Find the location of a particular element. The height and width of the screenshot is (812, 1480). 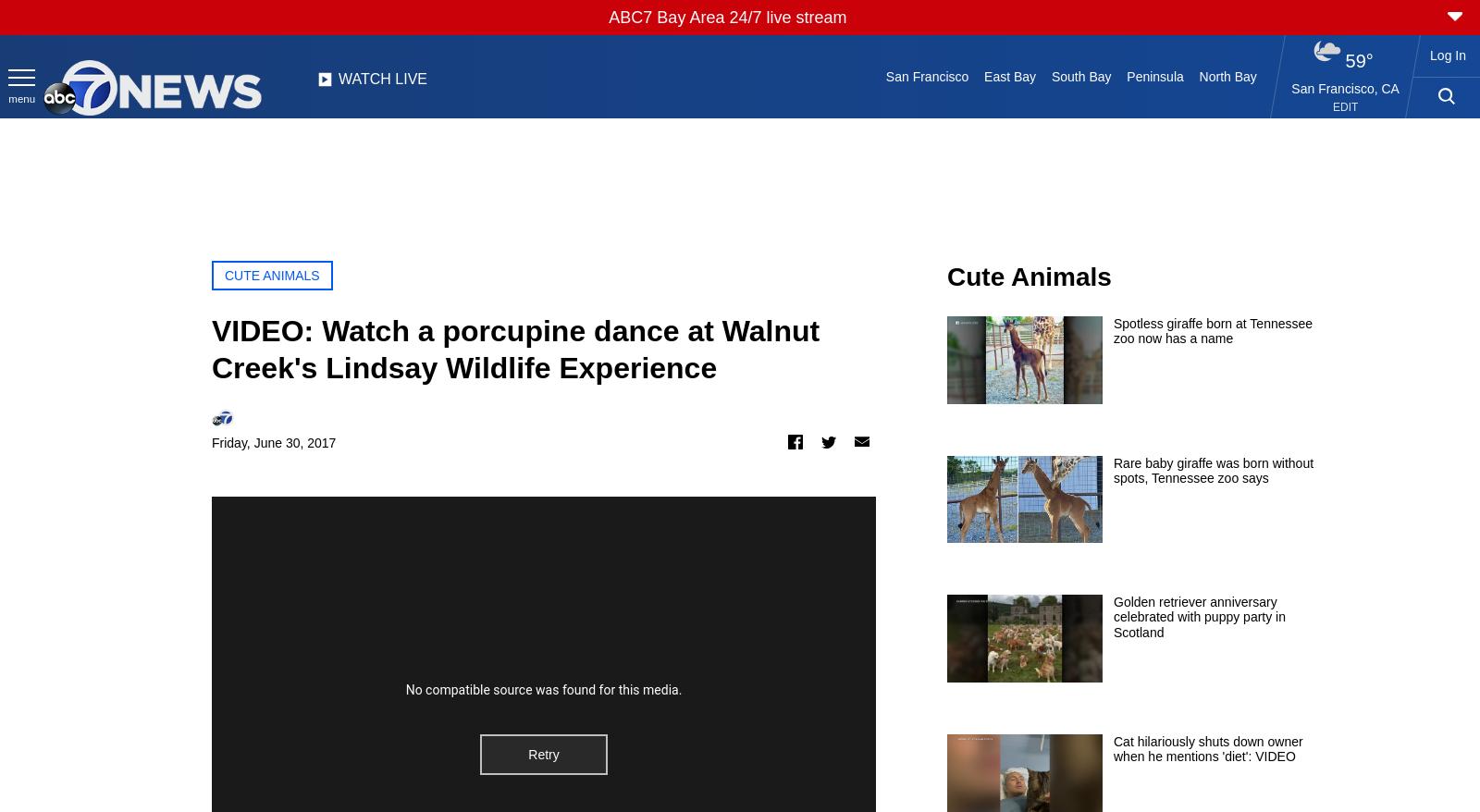

'San Francisco' is located at coordinates (926, 76).